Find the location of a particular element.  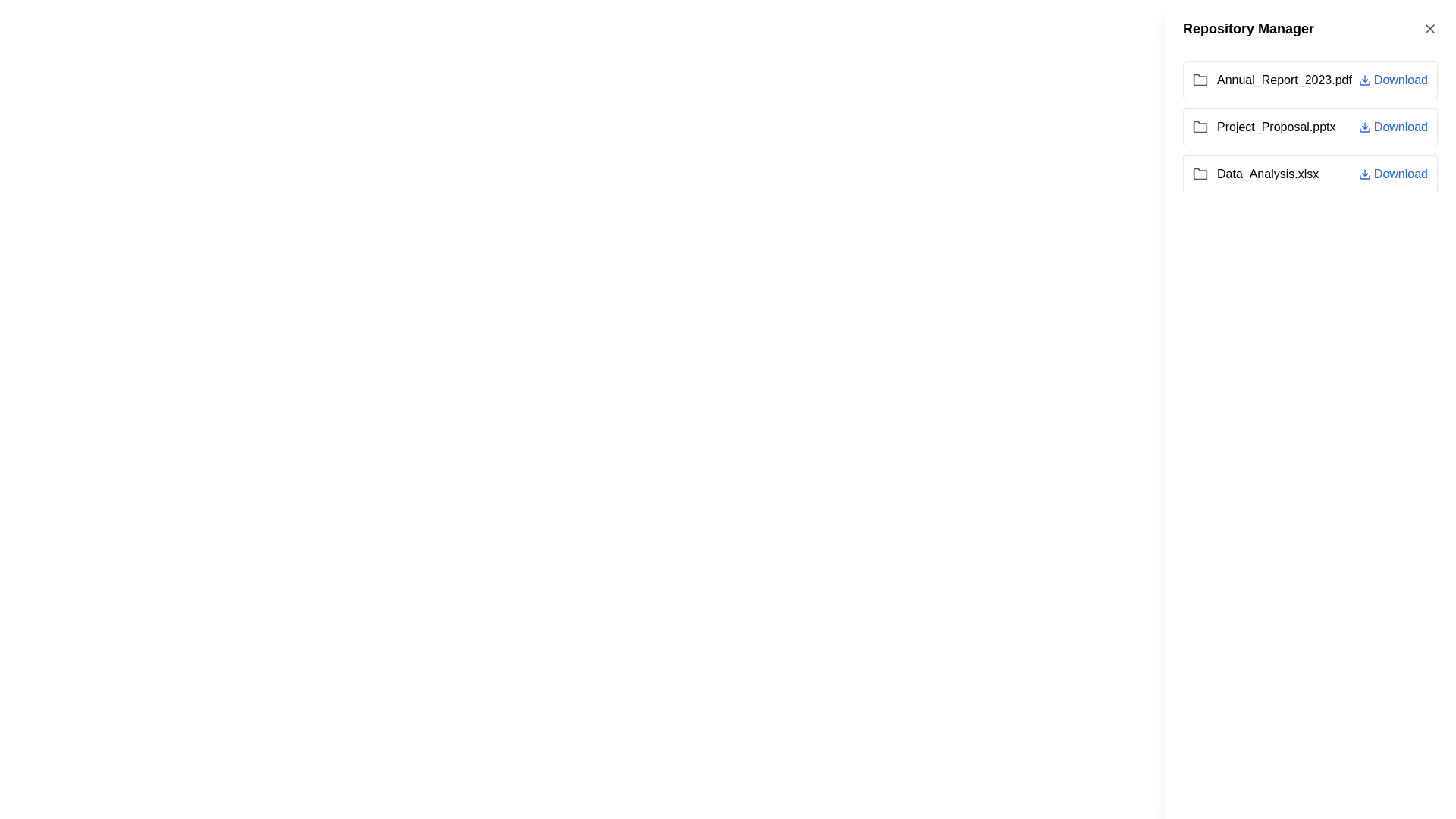

the 'Data_Analysis.xlsx' file item, which is represented by a folder icon and is located in the 'Repository Manager' section of the right-hand panel is located at coordinates (1256, 174).